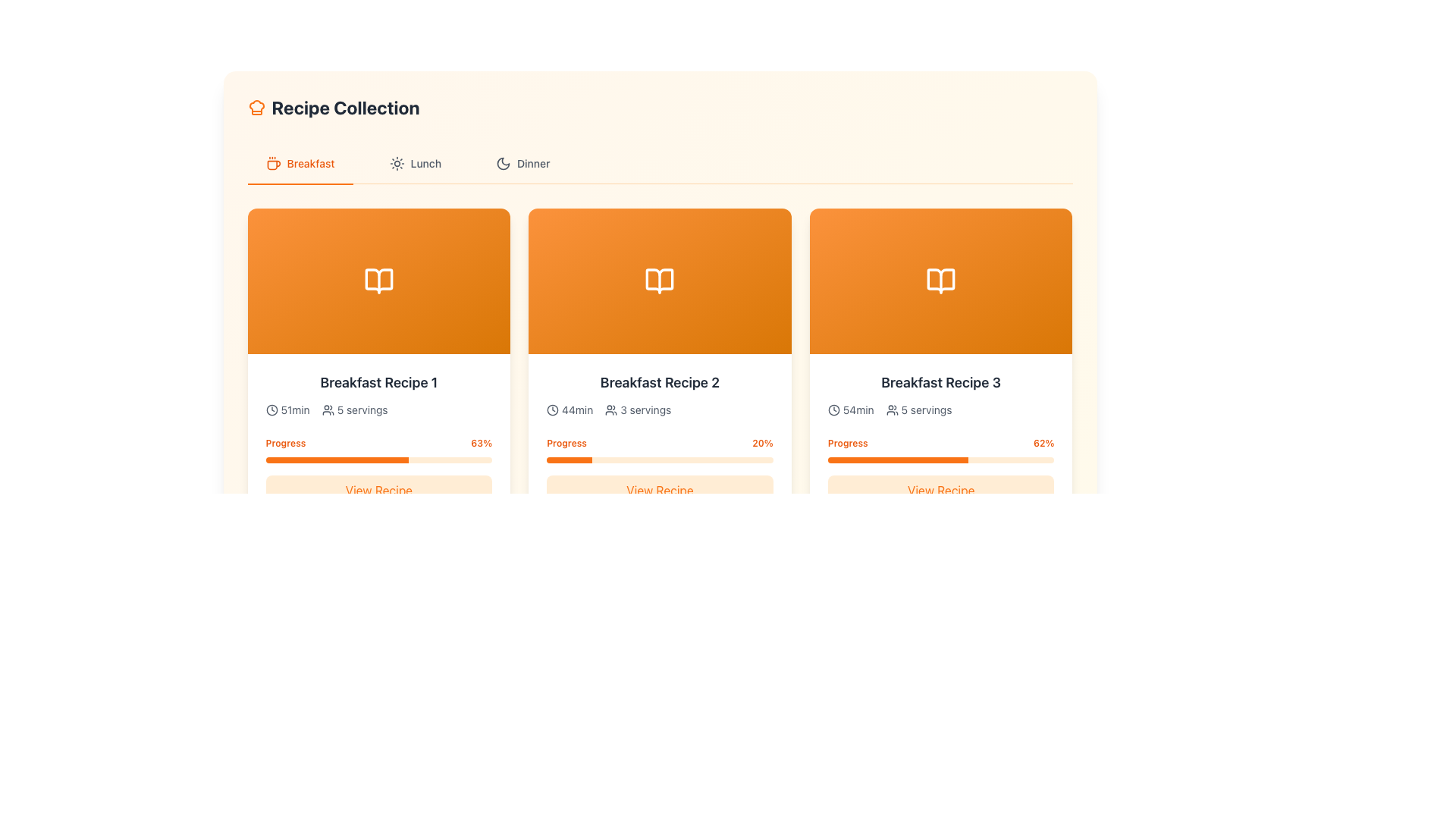 The height and width of the screenshot is (819, 1456). Describe the element at coordinates (638, 409) in the screenshot. I see `the Text Label with Icon that indicates the number of servings for the recipe, located to the right of the '44min' time information under the title 'Breakfast Recipe 2'` at that location.